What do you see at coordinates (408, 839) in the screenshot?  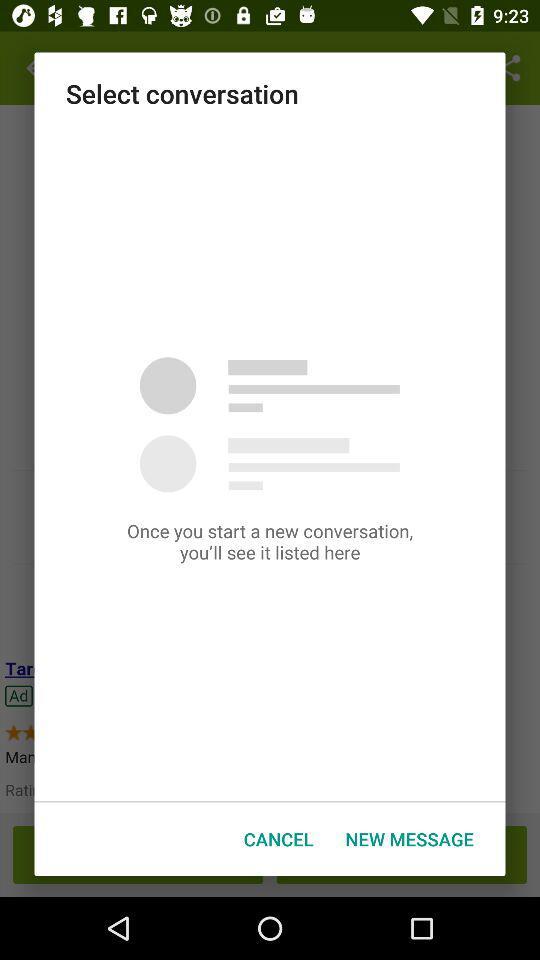 I see `the item at the bottom right corner` at bounding box center [408, 839].